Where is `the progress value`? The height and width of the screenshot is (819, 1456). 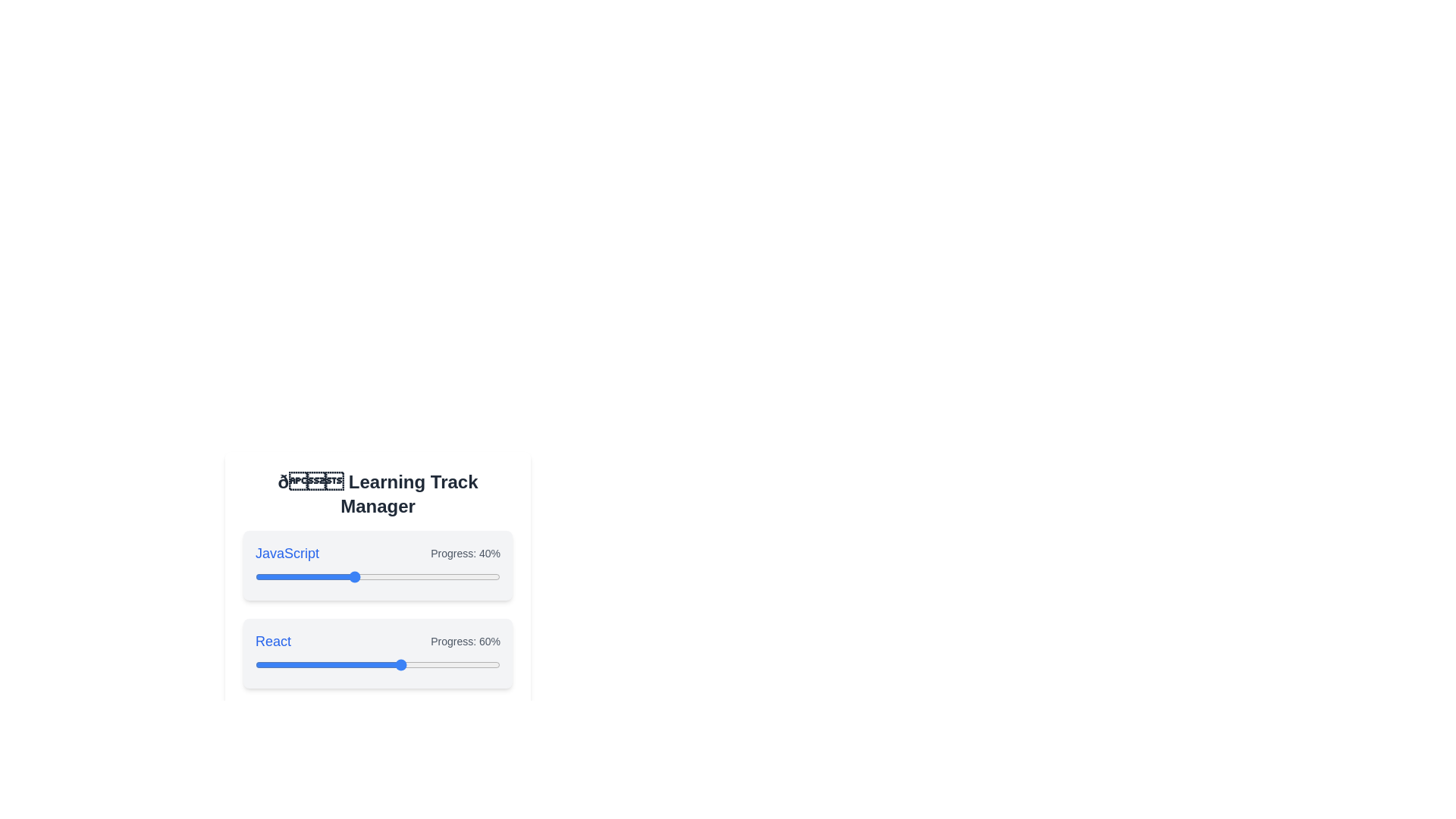 the progress value is located at coordinates (443, 664).